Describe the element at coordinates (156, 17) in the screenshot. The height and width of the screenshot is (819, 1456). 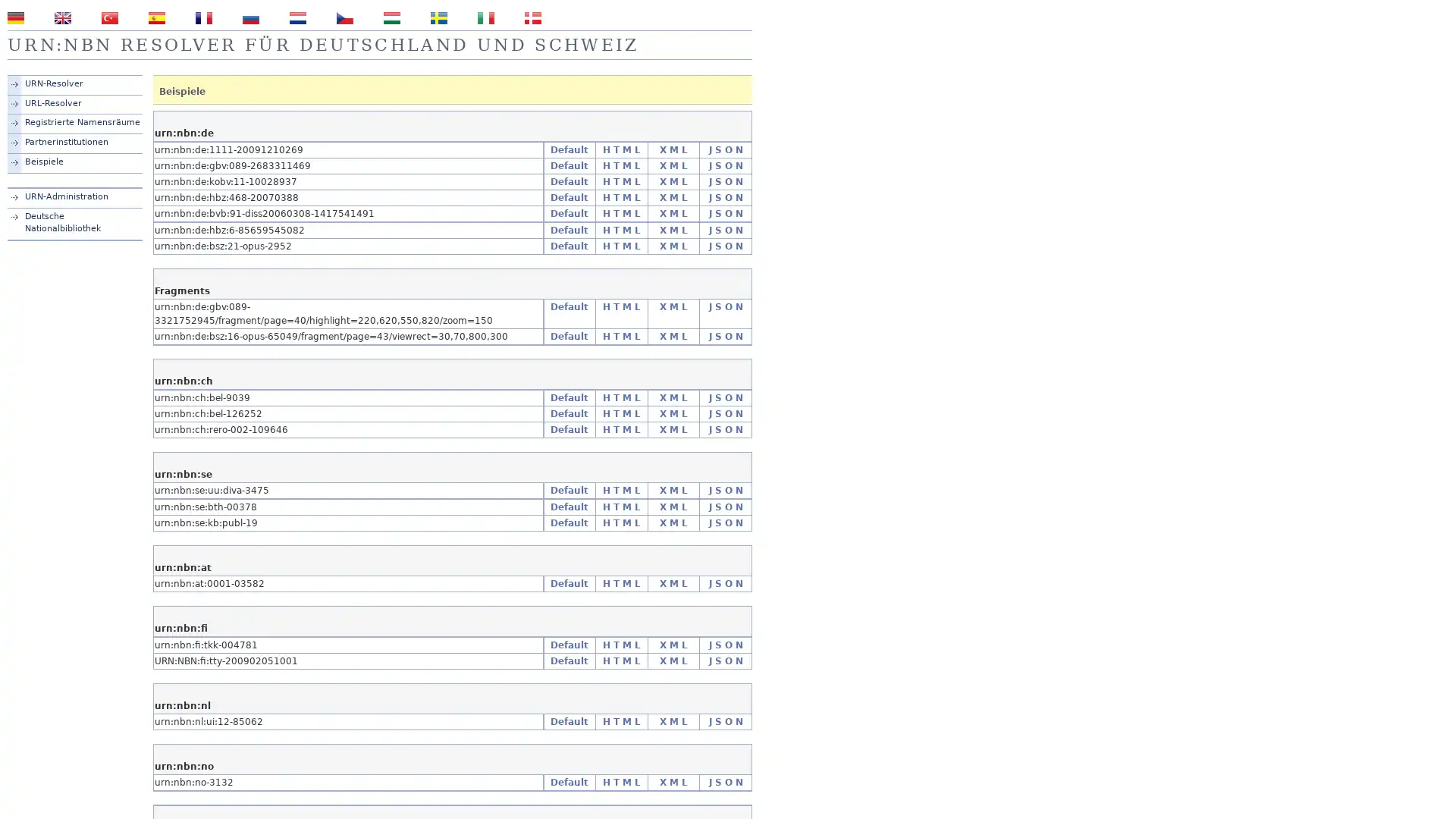
I see `es` at that location.